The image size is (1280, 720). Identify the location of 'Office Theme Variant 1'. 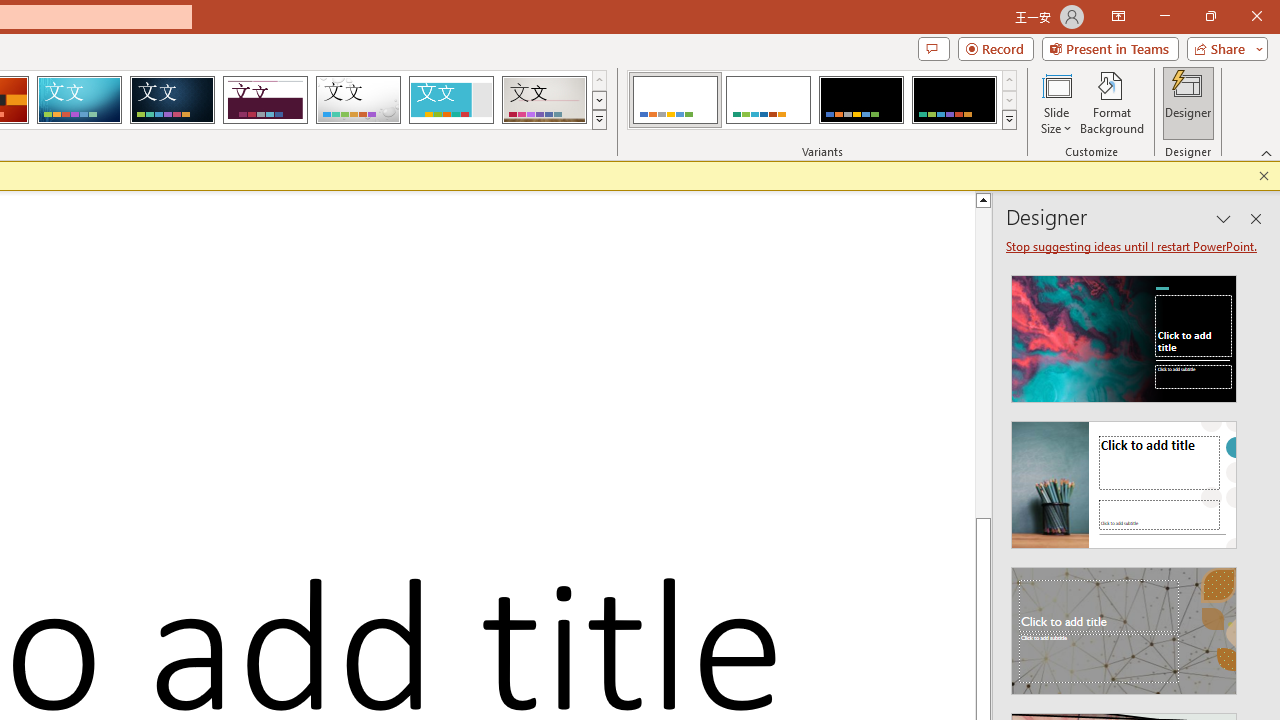
(675, 100).